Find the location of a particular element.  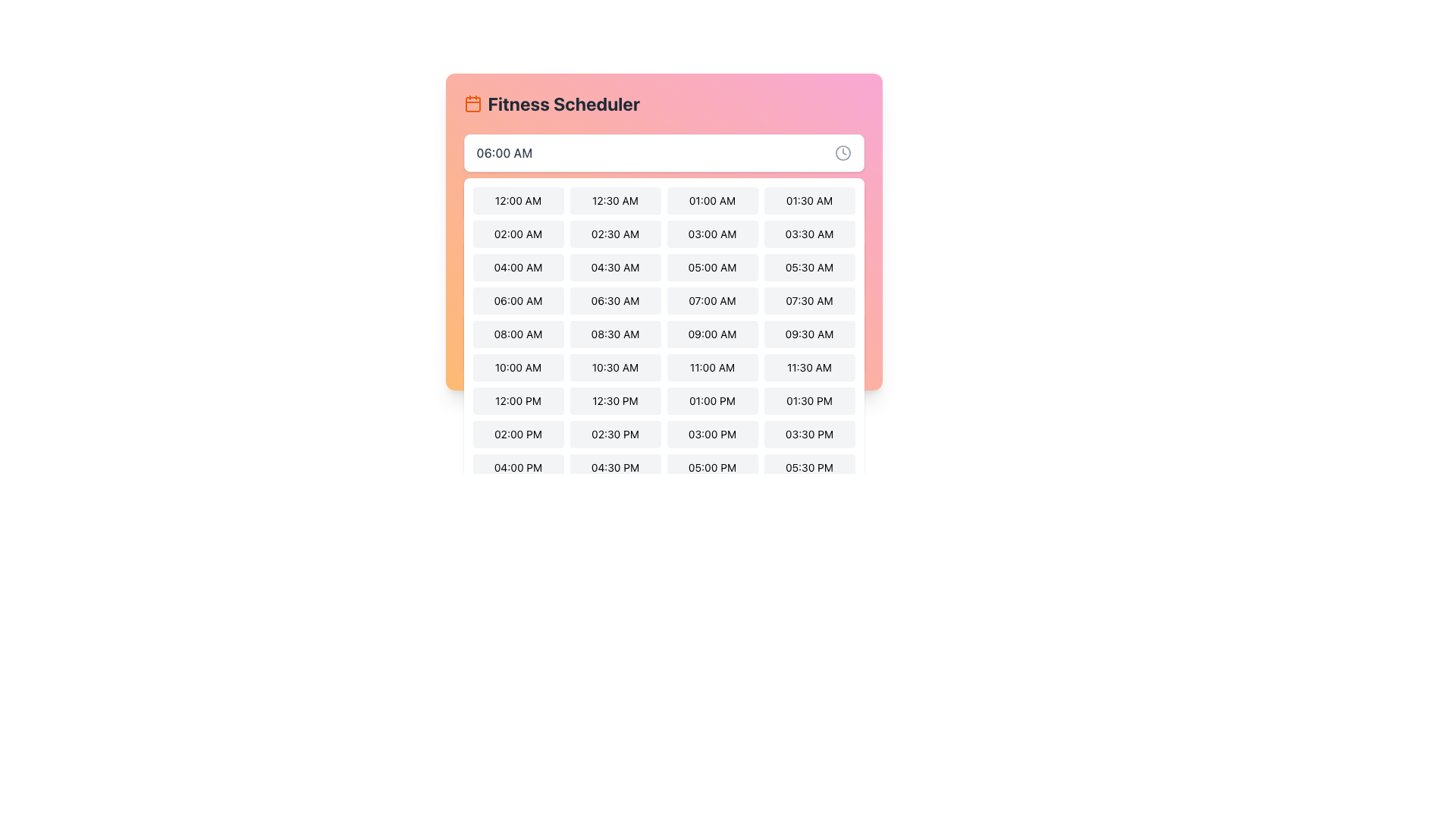

the rectangular button displaying '03:00 PM' is located at coordinates (711, 435).